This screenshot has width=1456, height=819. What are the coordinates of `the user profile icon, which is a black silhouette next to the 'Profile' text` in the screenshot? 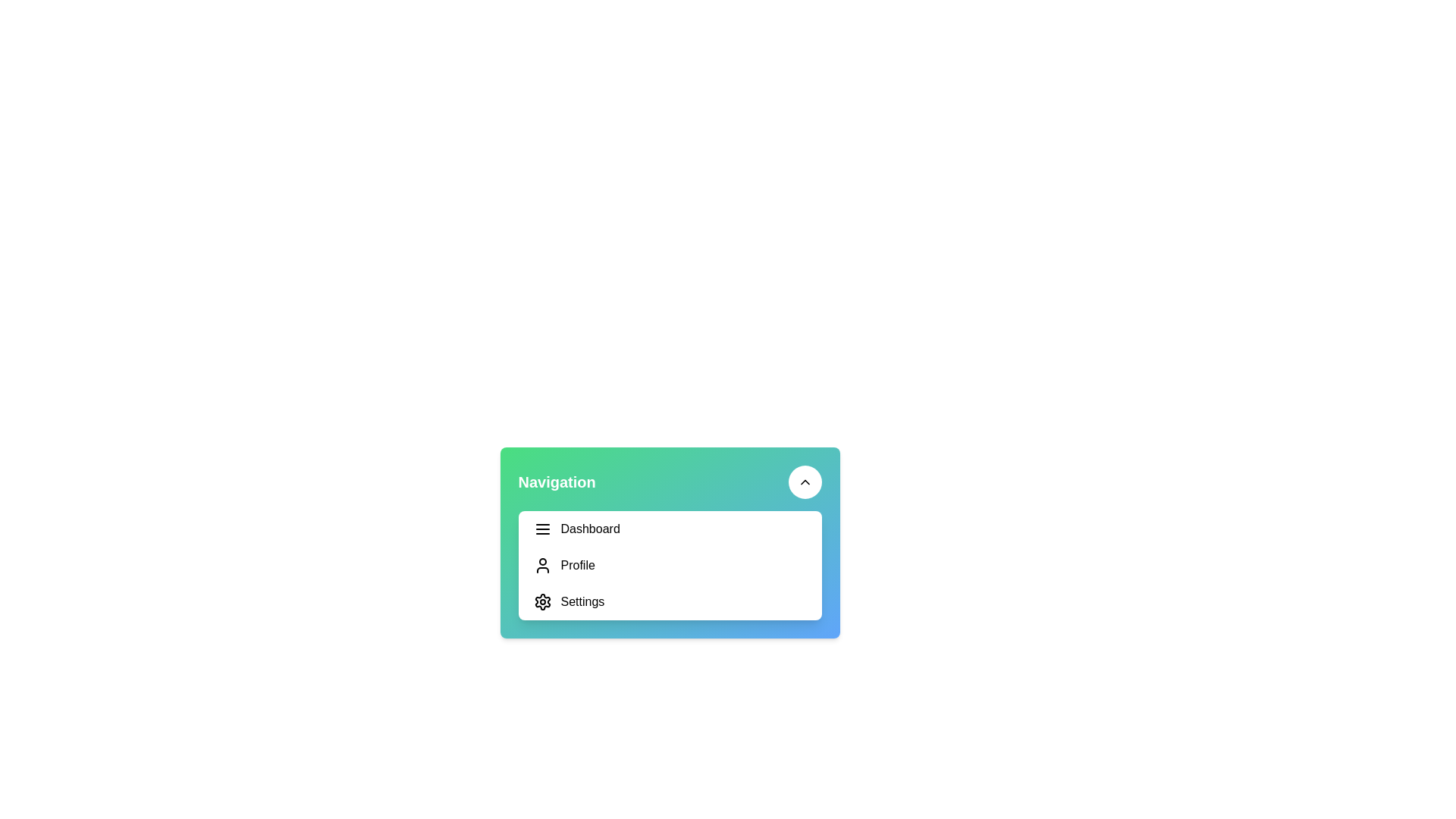 It's located at (542, 565).